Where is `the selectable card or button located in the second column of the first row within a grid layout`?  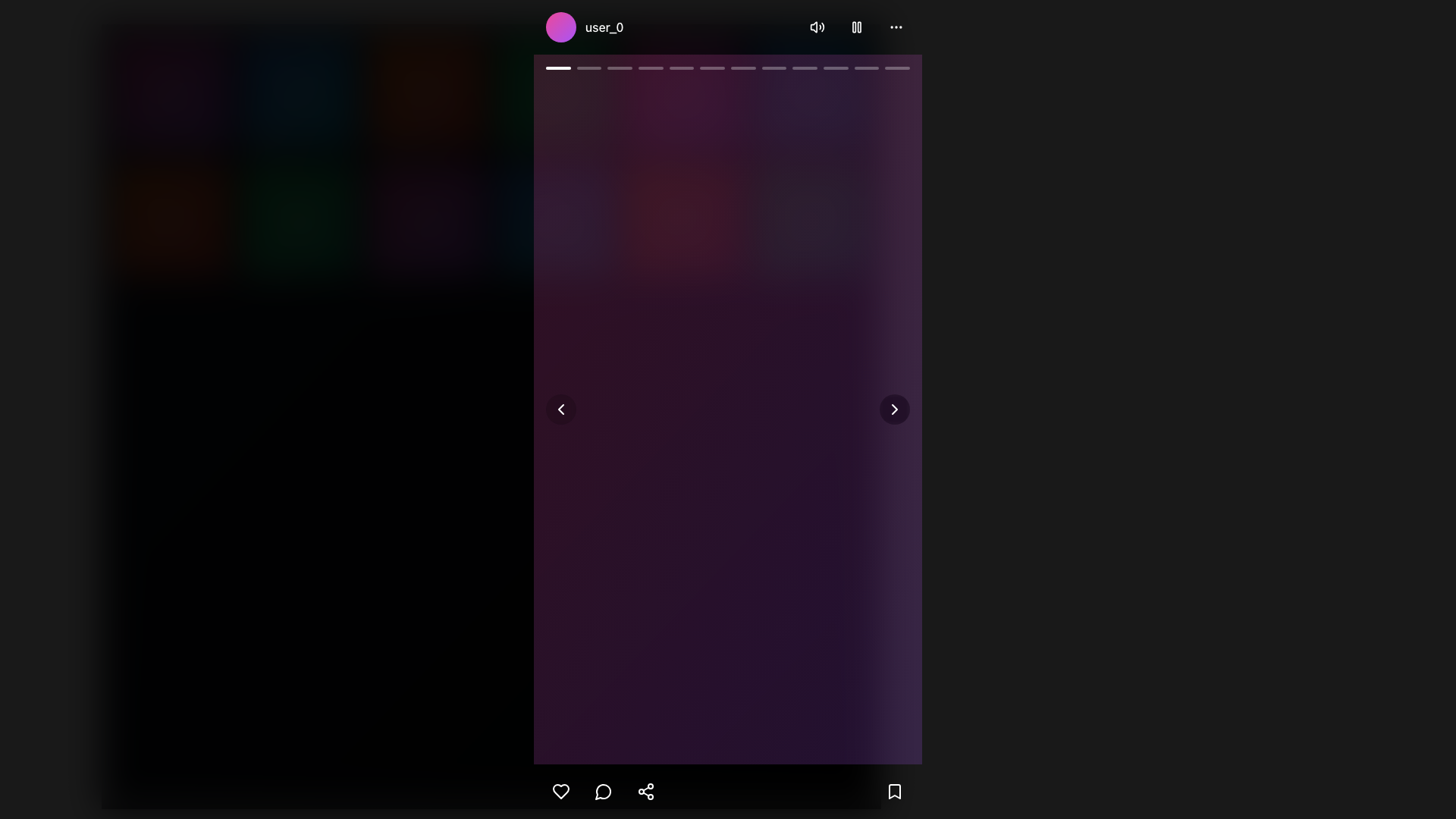 the selectable card or button located in the second column of the first row within a grid layout is located at coordinates (299, 94).